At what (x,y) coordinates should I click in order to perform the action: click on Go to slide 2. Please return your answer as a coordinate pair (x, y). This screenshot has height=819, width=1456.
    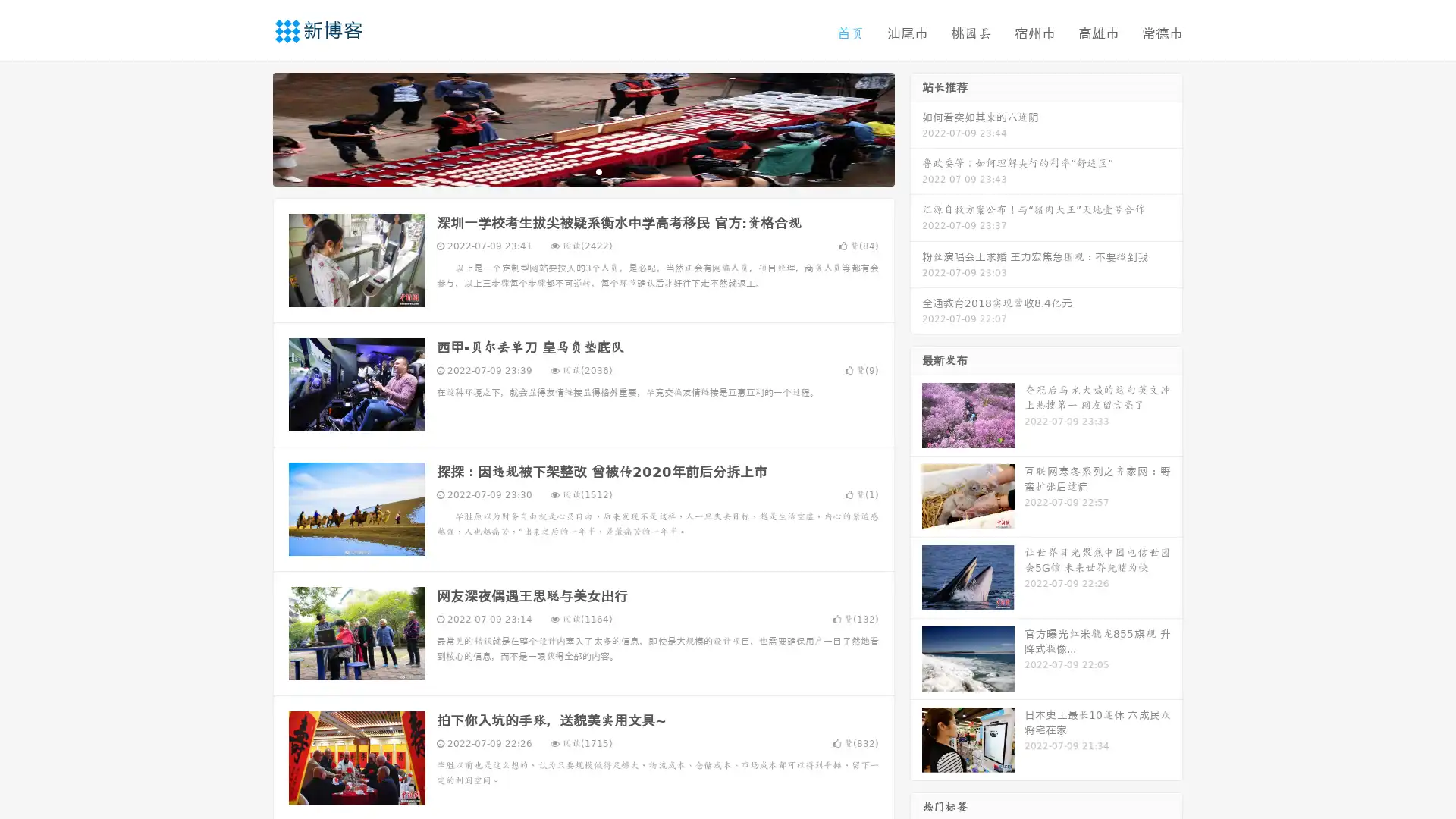
    Looking at the image, I should click on (582, 171).